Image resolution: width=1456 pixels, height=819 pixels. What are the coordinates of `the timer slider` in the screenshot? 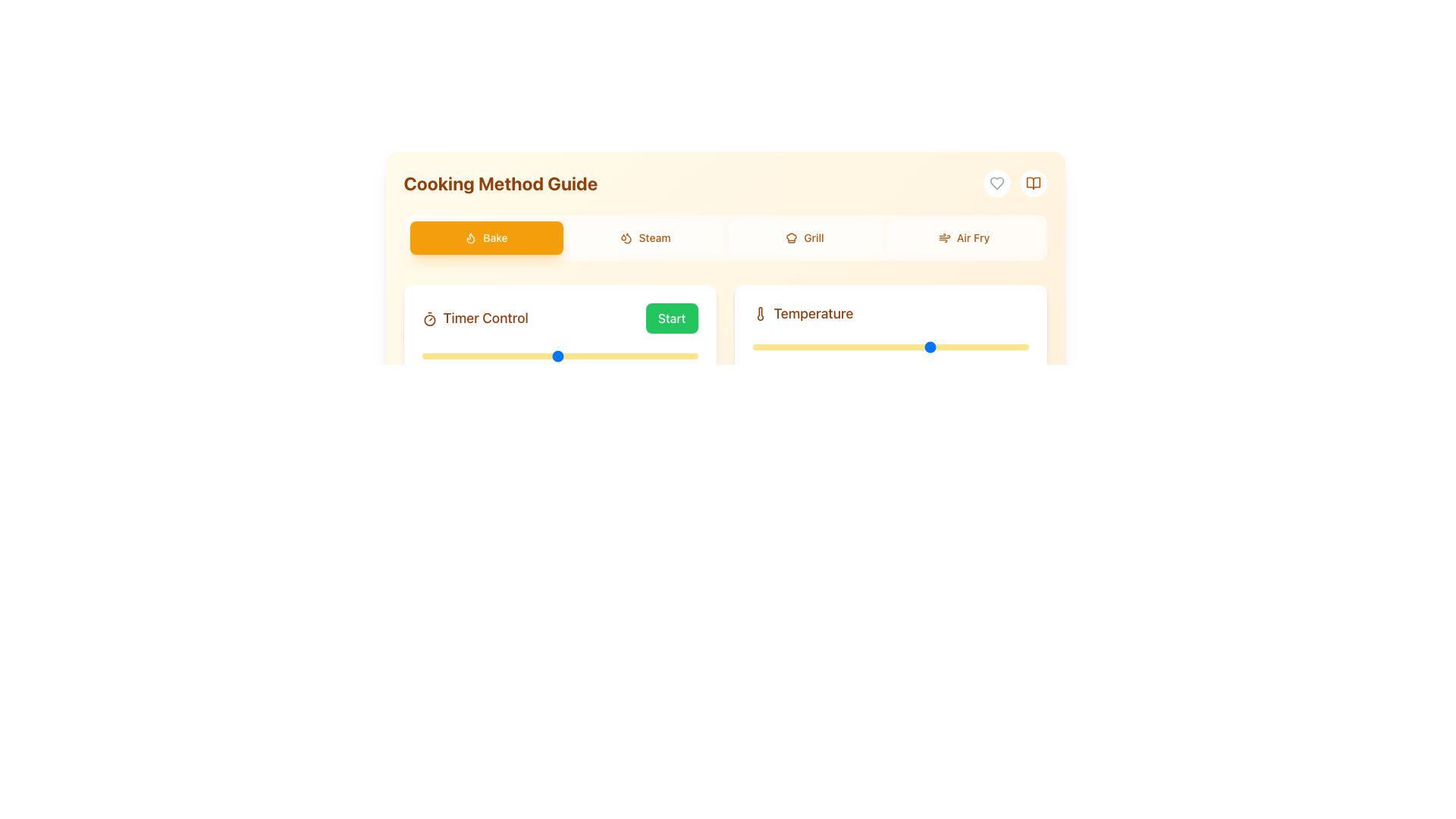 It's located at (425, 356).